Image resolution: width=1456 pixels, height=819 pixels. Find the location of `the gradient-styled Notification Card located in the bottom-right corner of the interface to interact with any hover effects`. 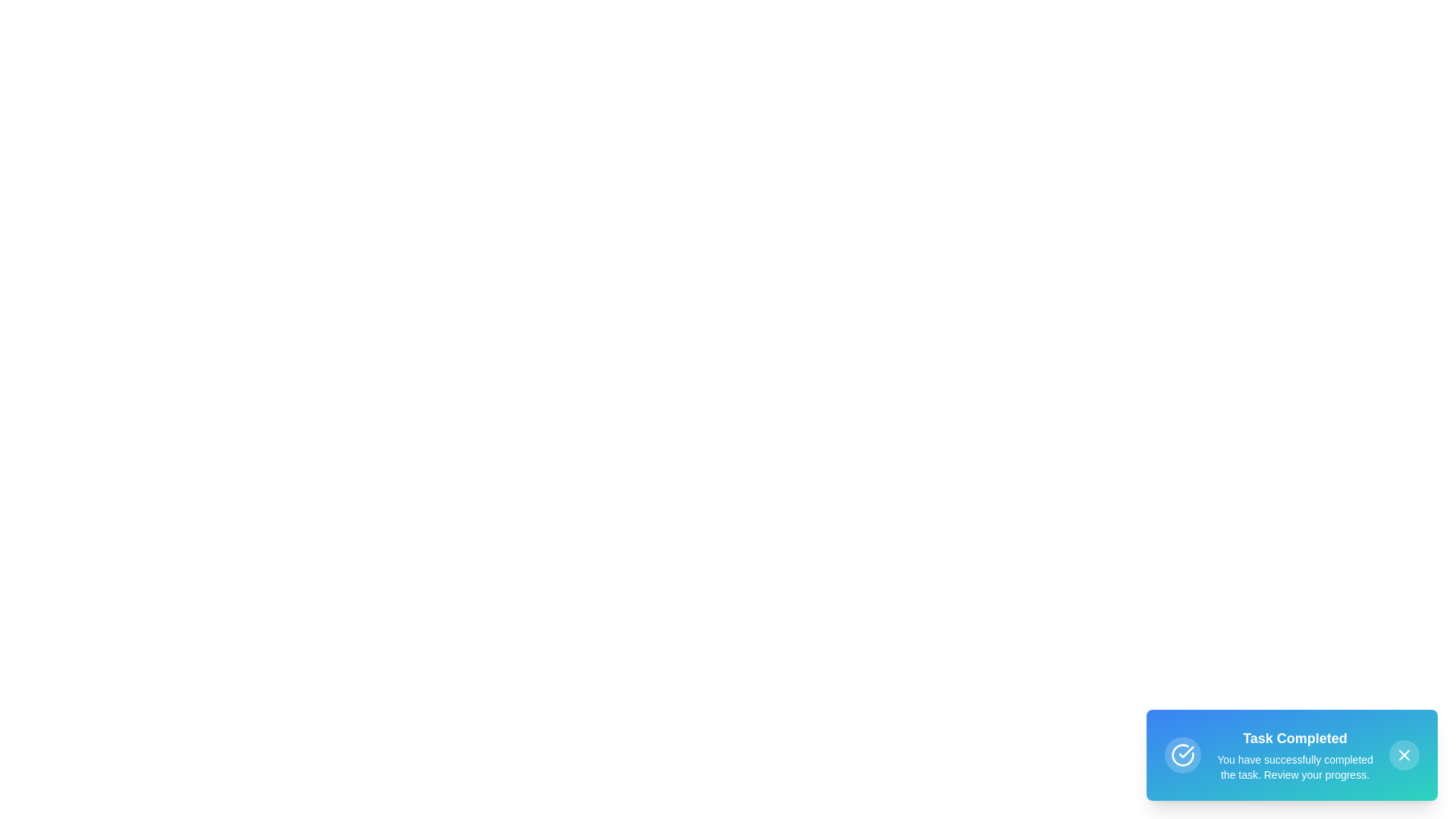

the gradient-styled Notification Card located in the bottom-right corner of the interface to interact with any hover effects is located at coordinates (1291, 755).